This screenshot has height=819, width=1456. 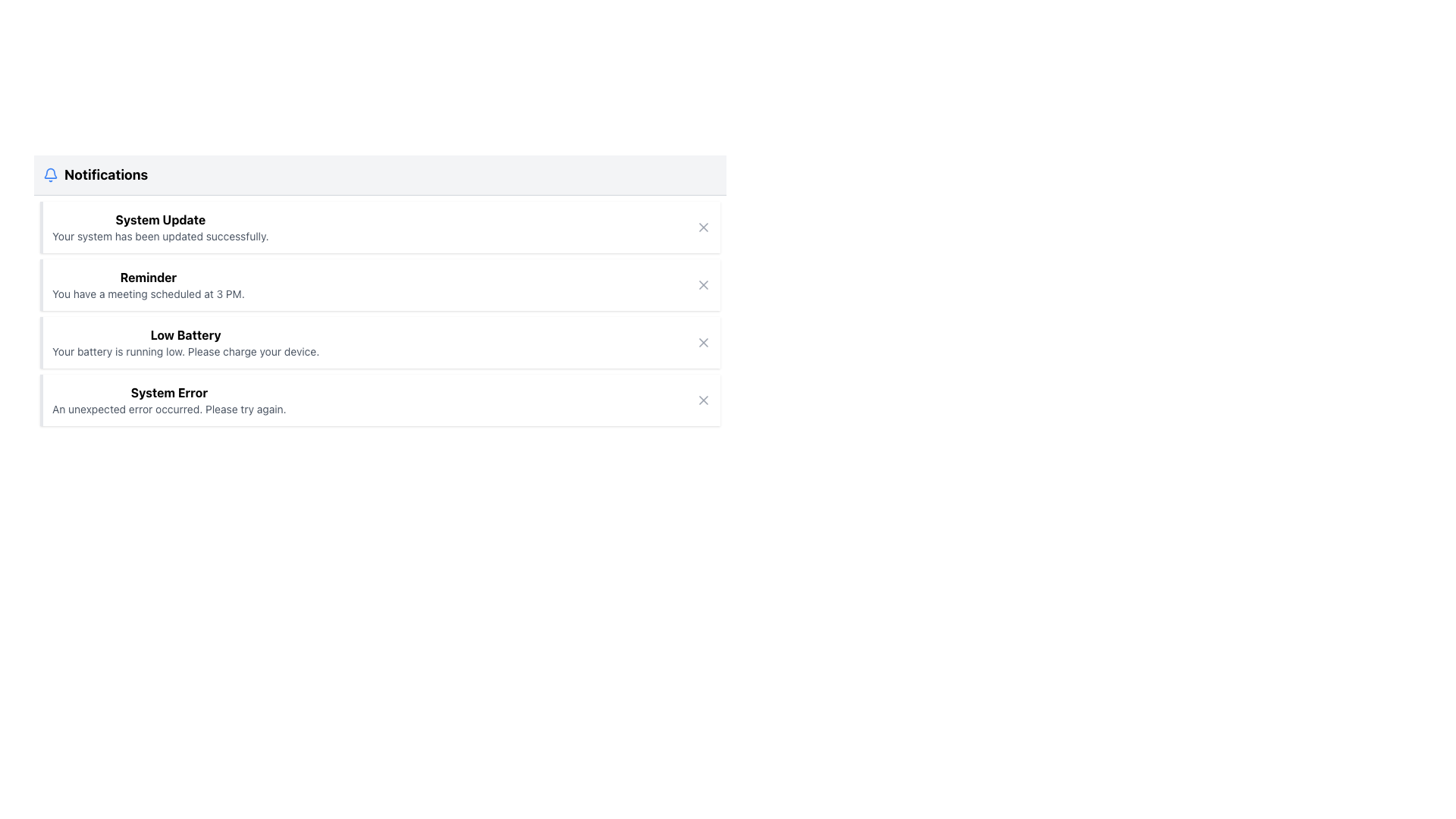 I want to click on the bold text element displaying 'System Error' within the notification box, so click(x=169, y=391).